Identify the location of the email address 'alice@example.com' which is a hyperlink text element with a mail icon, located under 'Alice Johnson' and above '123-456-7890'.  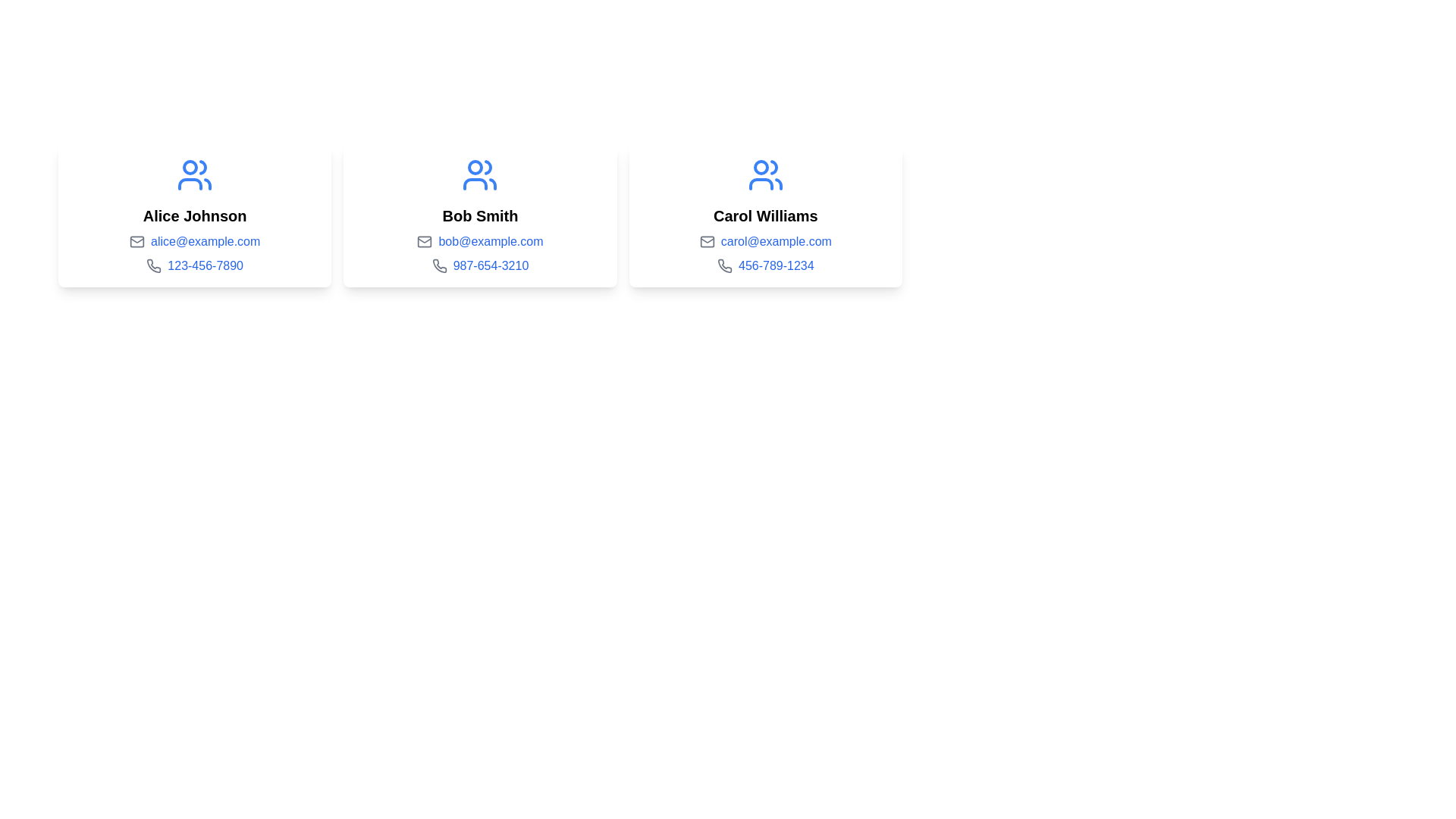
(194, 241).